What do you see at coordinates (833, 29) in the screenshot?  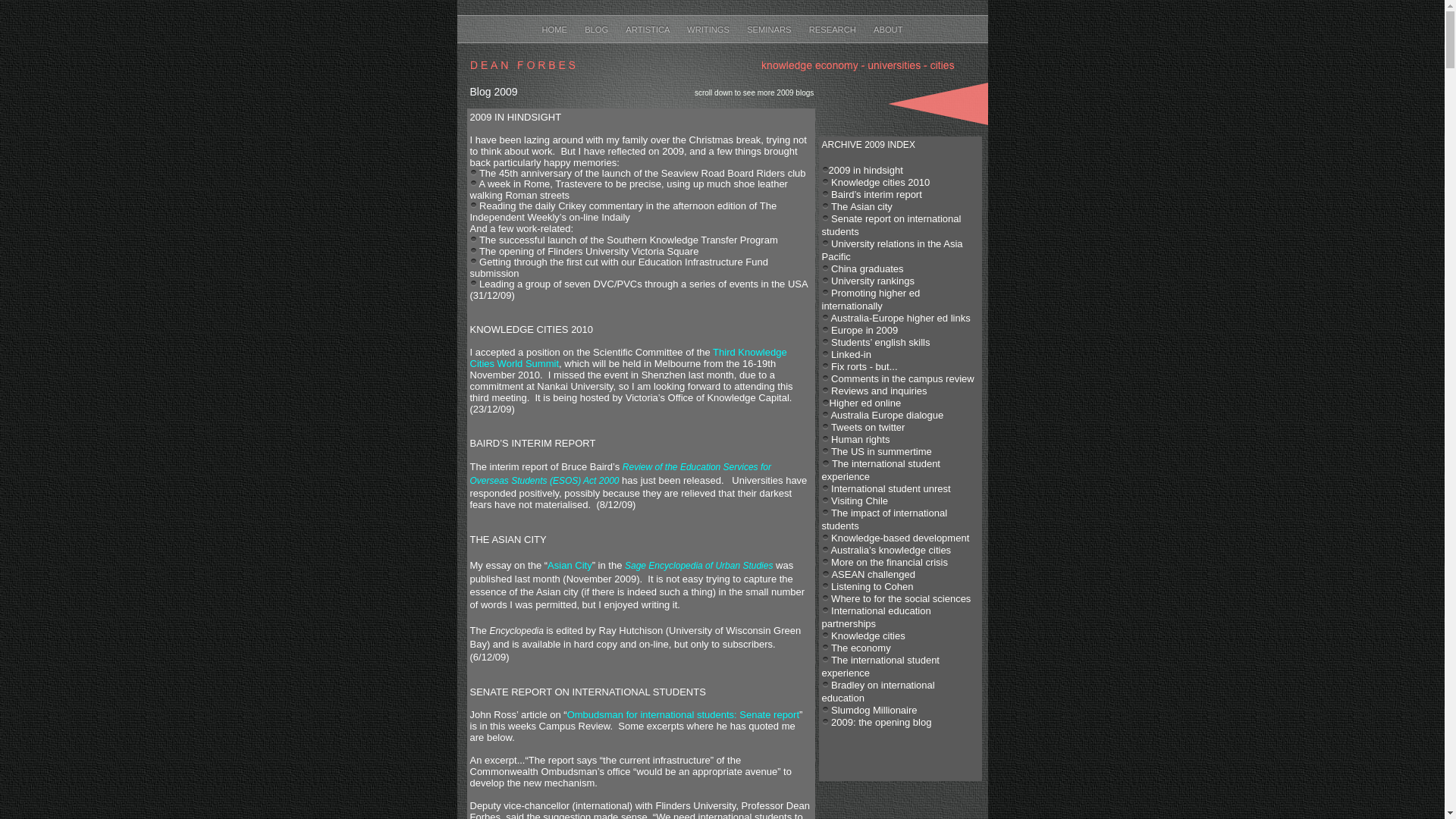 I see `'RESEARCH'` at bounding box center [833, 29].